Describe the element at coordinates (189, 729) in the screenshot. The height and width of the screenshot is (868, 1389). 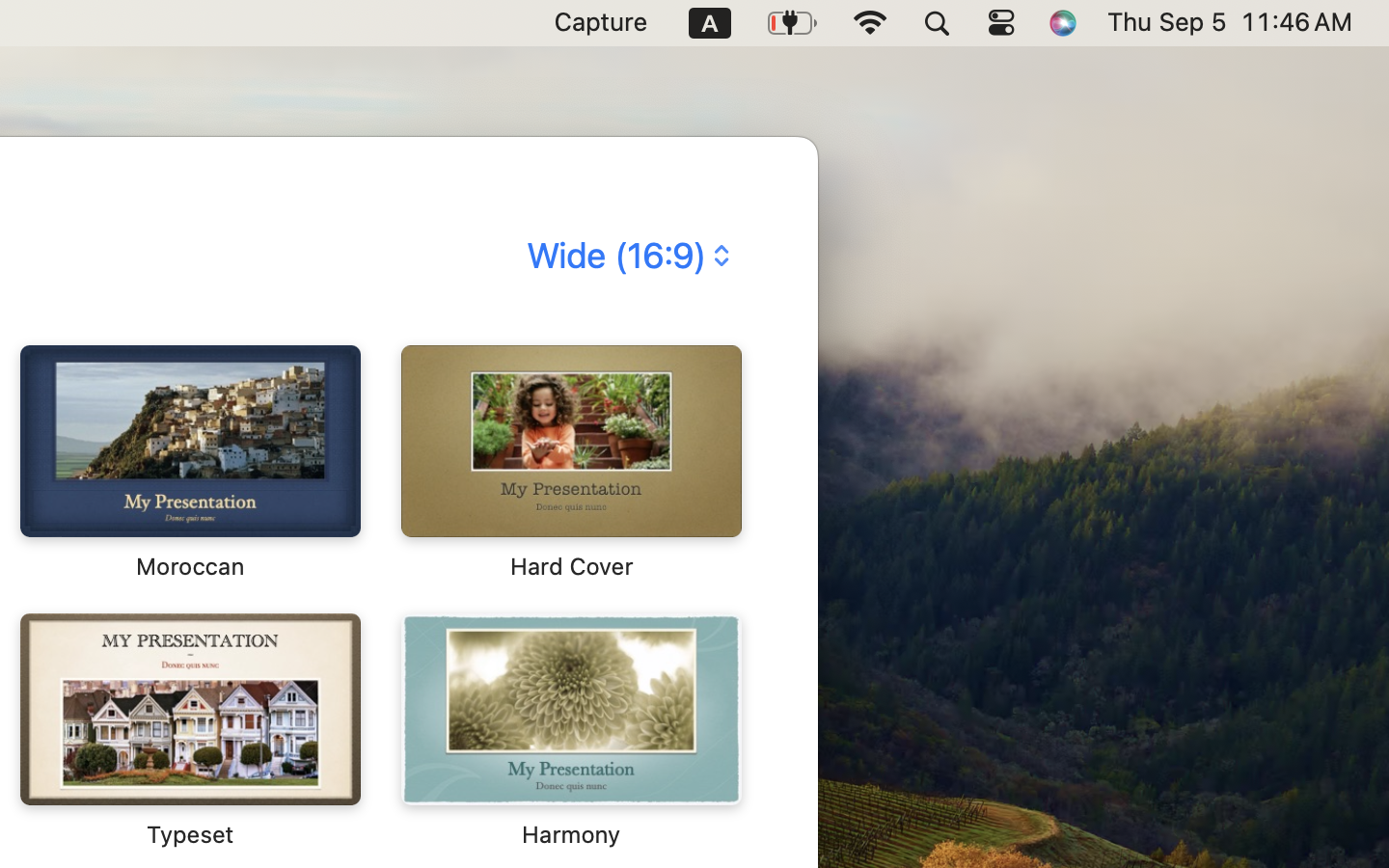
I see `'‎⁨Typeset⁩'` at that location.